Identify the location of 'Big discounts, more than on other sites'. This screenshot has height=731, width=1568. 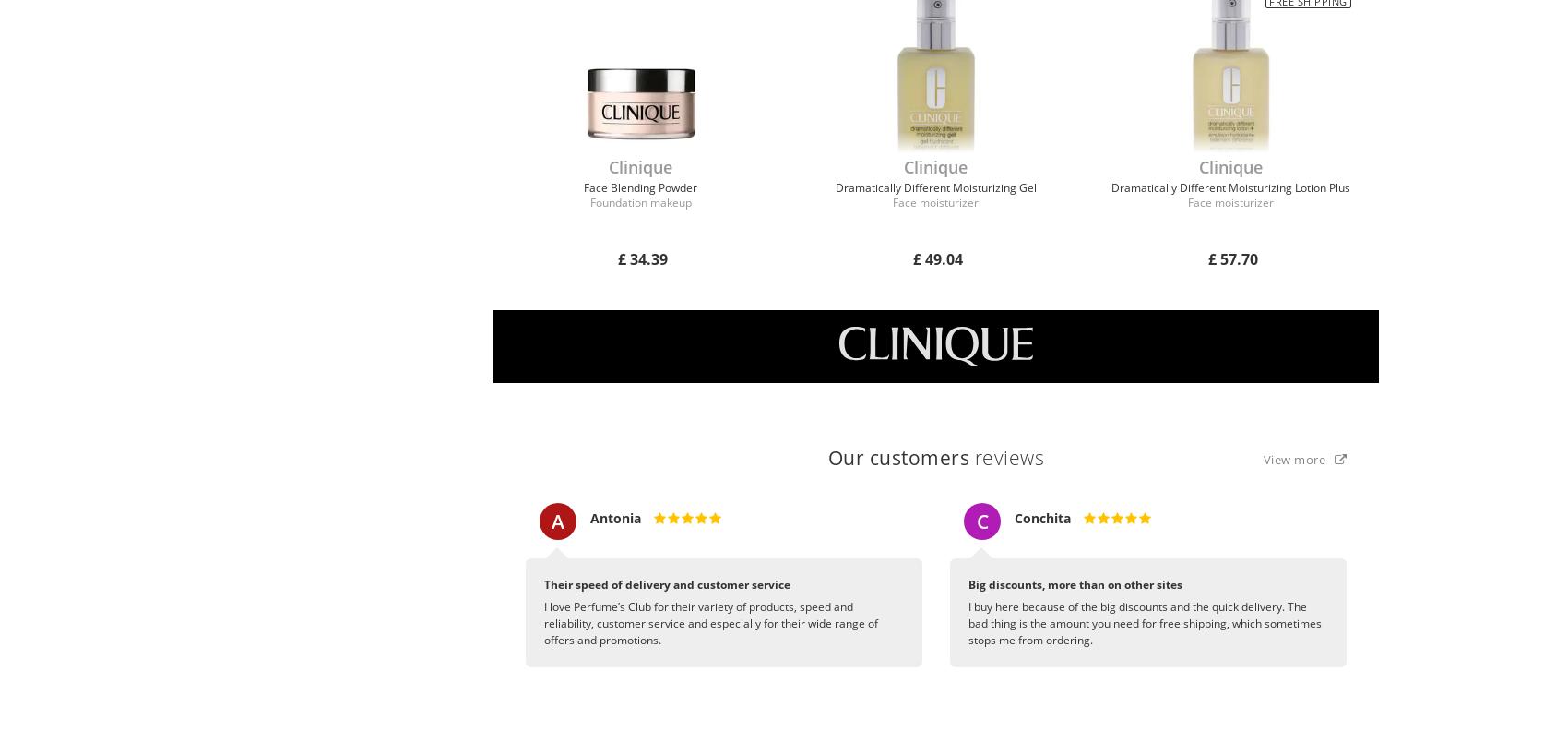
(967, 583).